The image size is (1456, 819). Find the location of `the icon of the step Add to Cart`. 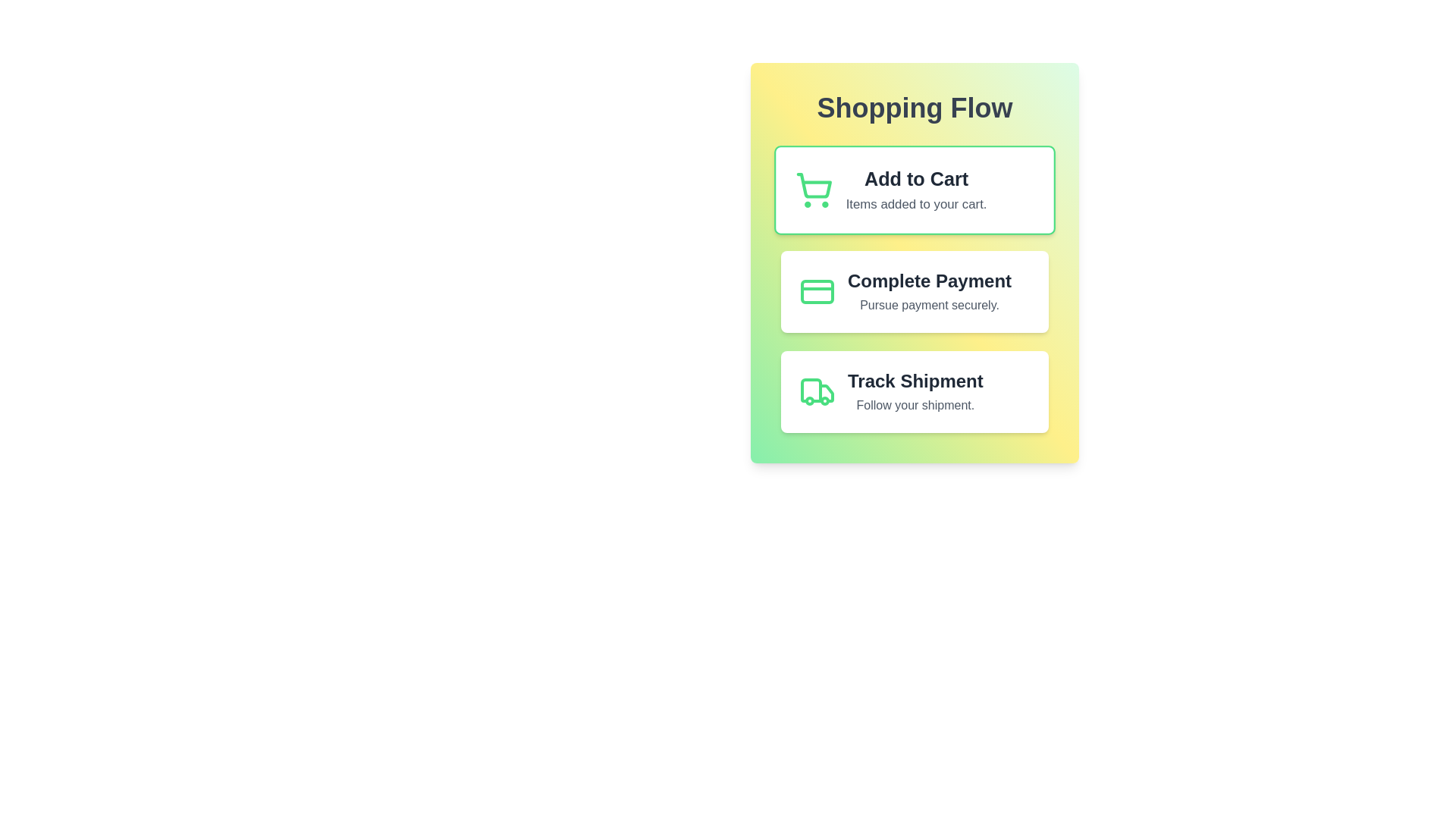

the icon of the step Add to Cart is located at coordinates (813, 189).